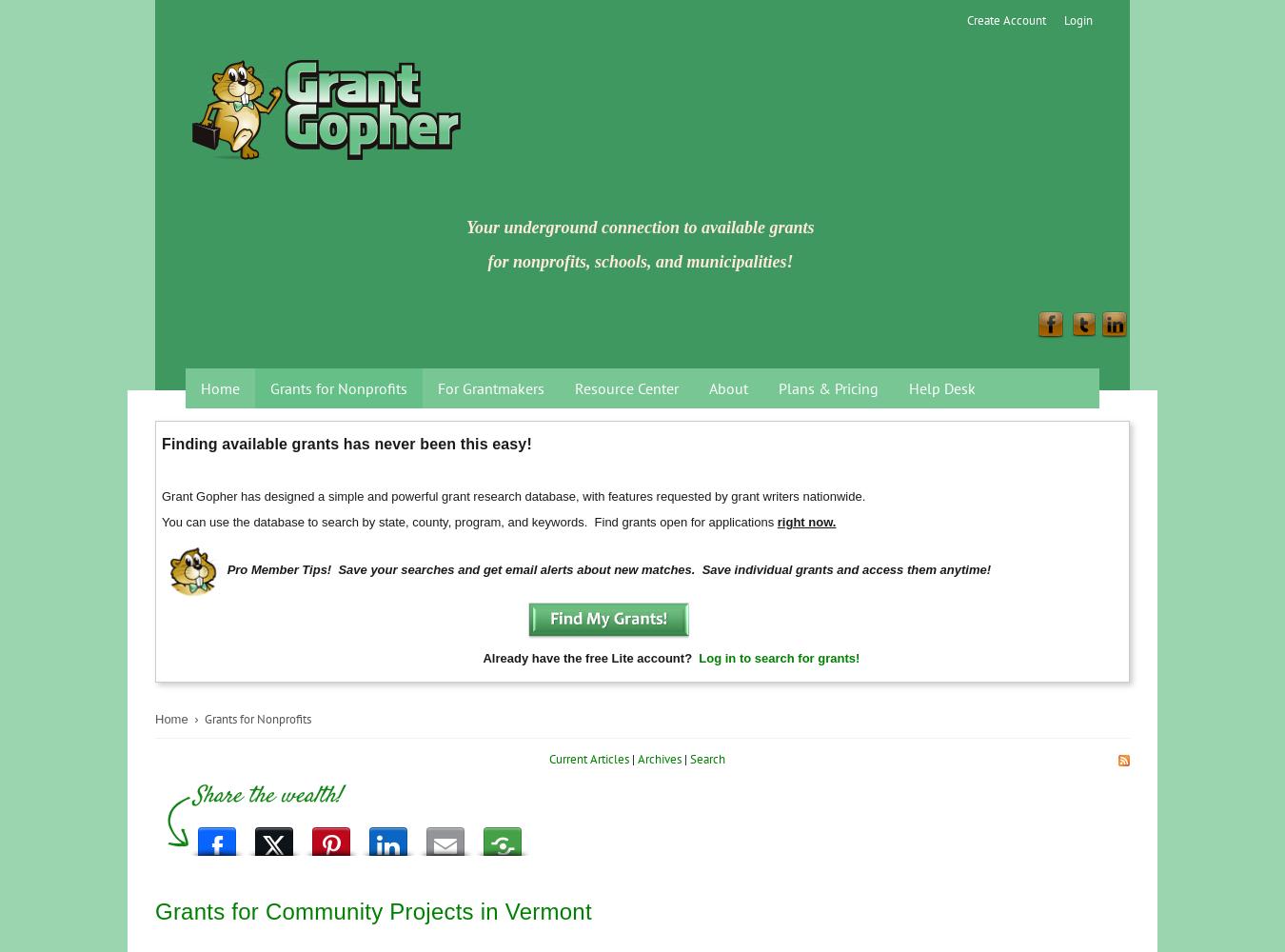 The image size is (1285, 952). Describe the element at coordinates (373, 909) in the screenshot. I see `'Grants for Community Projects in Vermont'` at that location.